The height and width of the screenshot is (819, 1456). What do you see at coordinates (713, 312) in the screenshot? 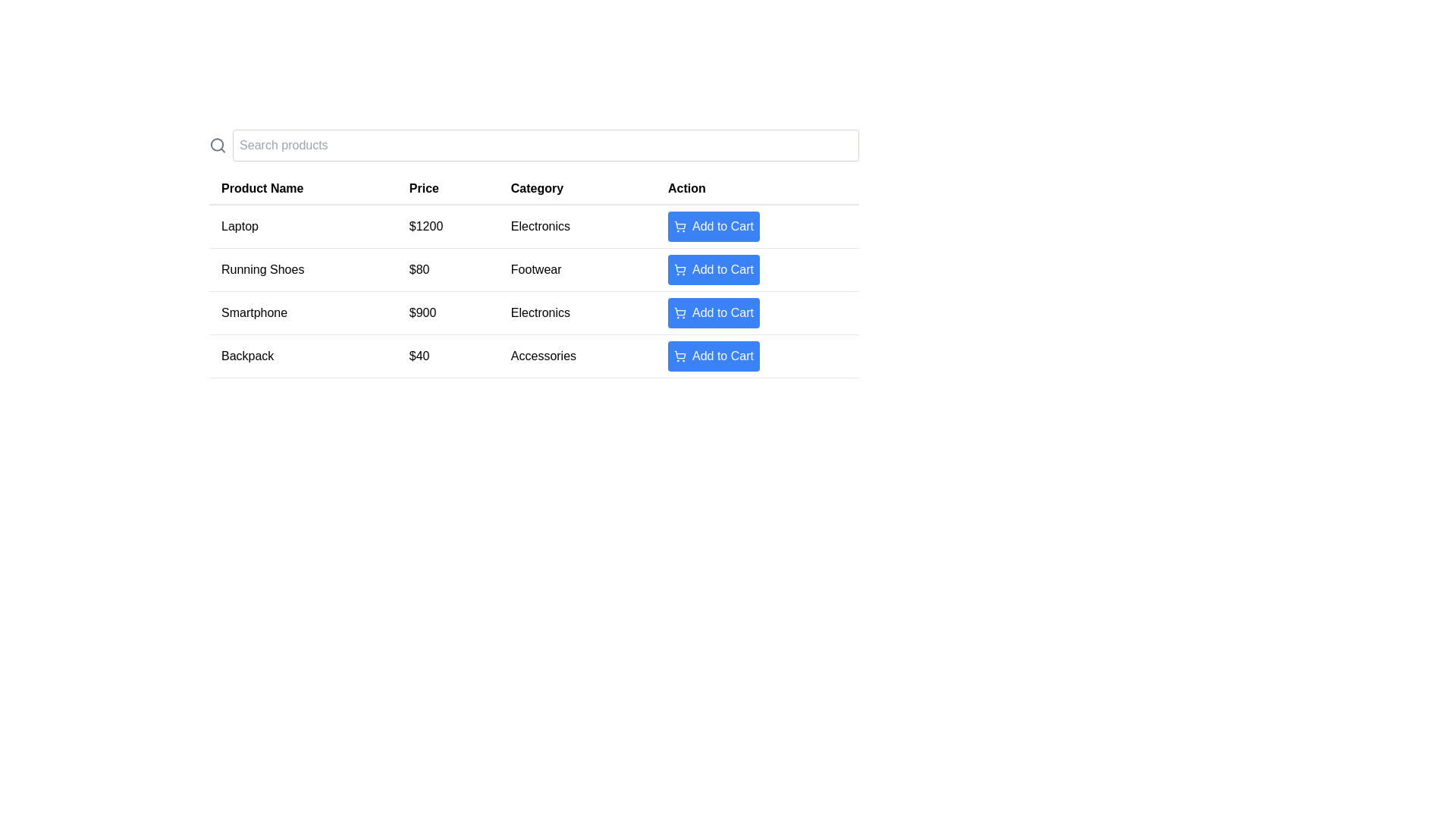
I see `the Interactive Button for adding 'Smartphone' to the shopping cart, located in the third row of the 'Action' column` at bounding box center [713, 312].